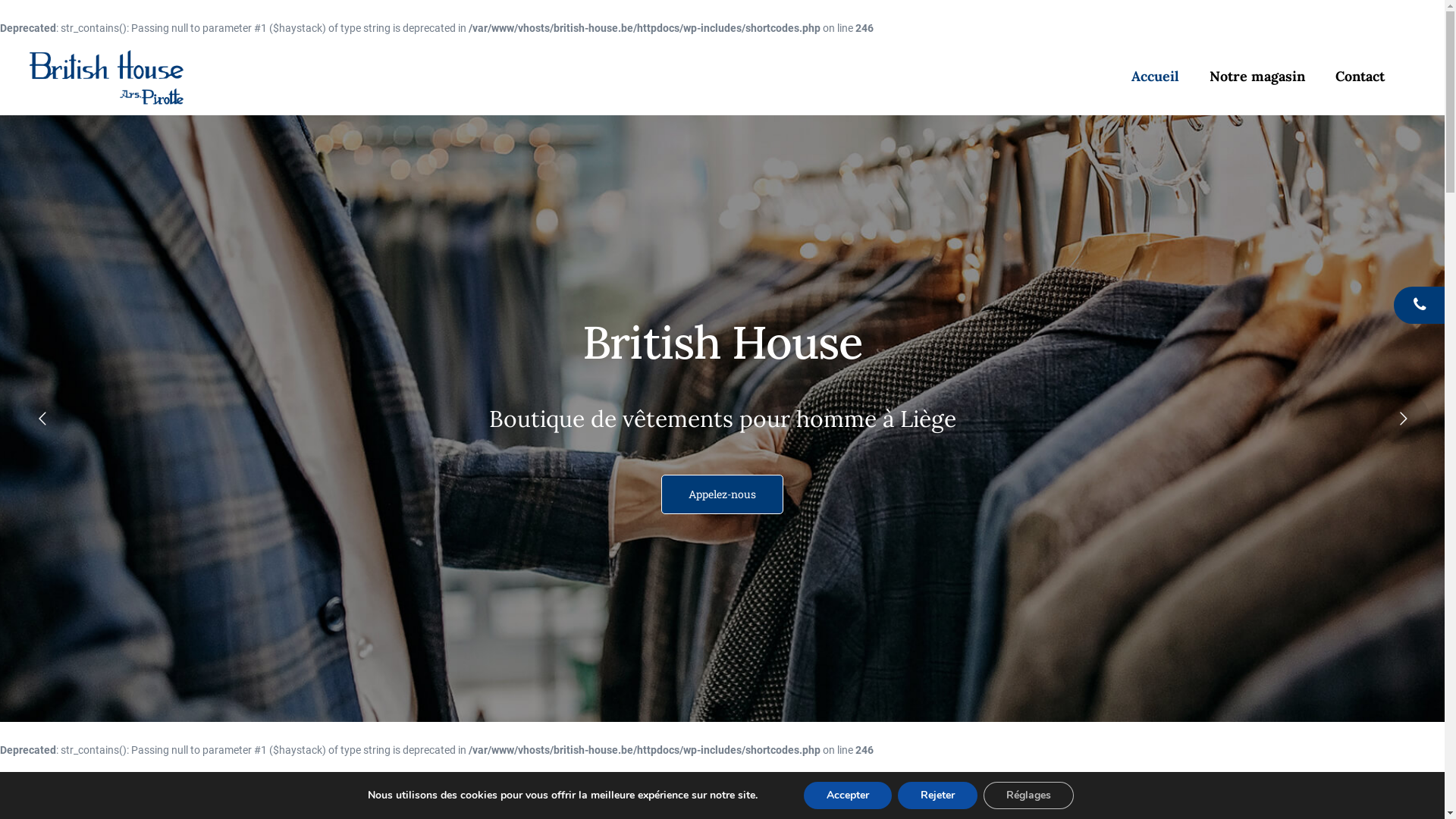 The height and width of the screenshot is (819, 1456). What do you see at coordinates (1394, 305) in the screenshot?
I see `'04/277.00.65'` at bounding box center [1394, 305].